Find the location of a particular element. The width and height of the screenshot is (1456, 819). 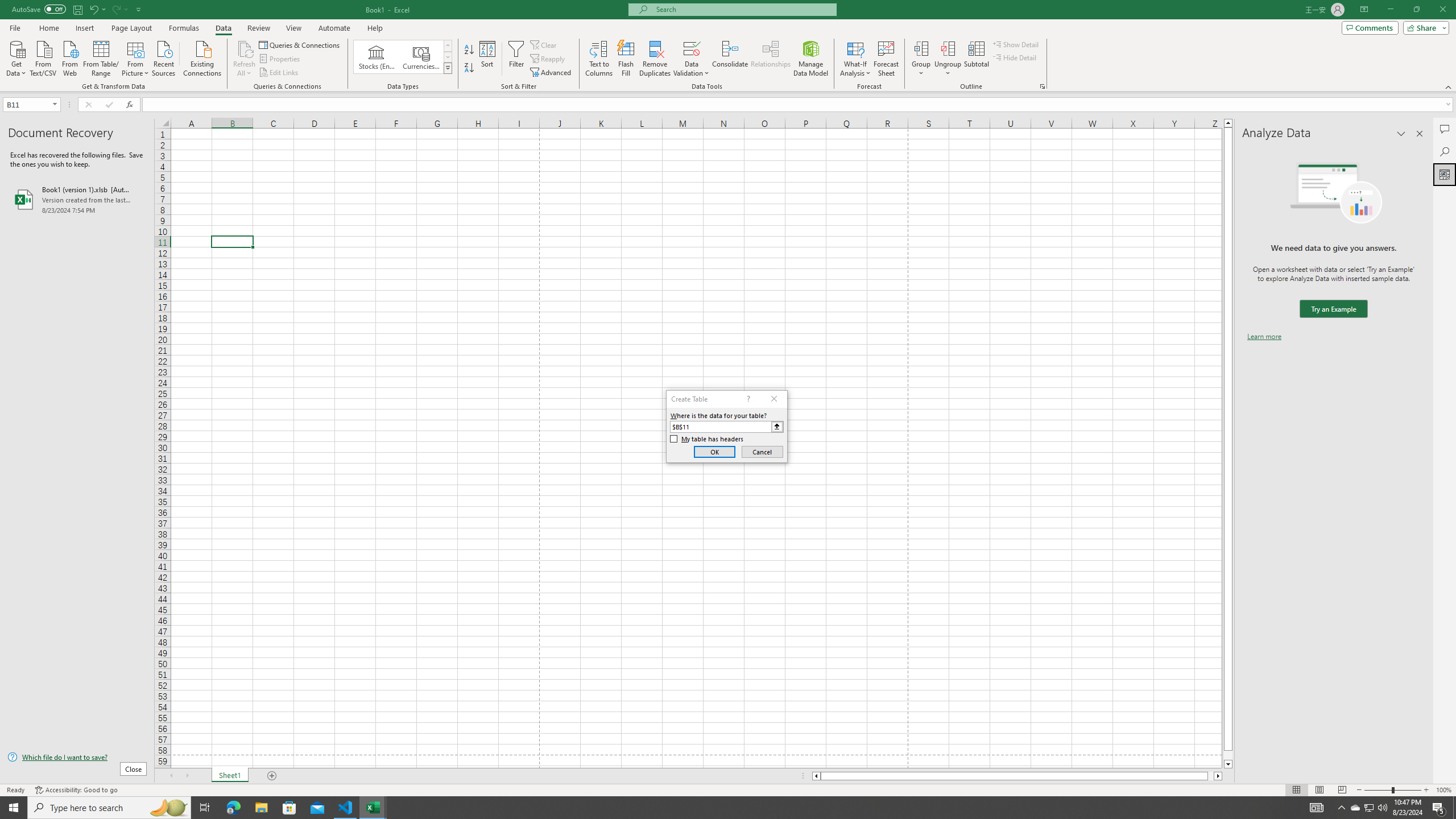

'Relationships' is located at coordinates (770, 59).